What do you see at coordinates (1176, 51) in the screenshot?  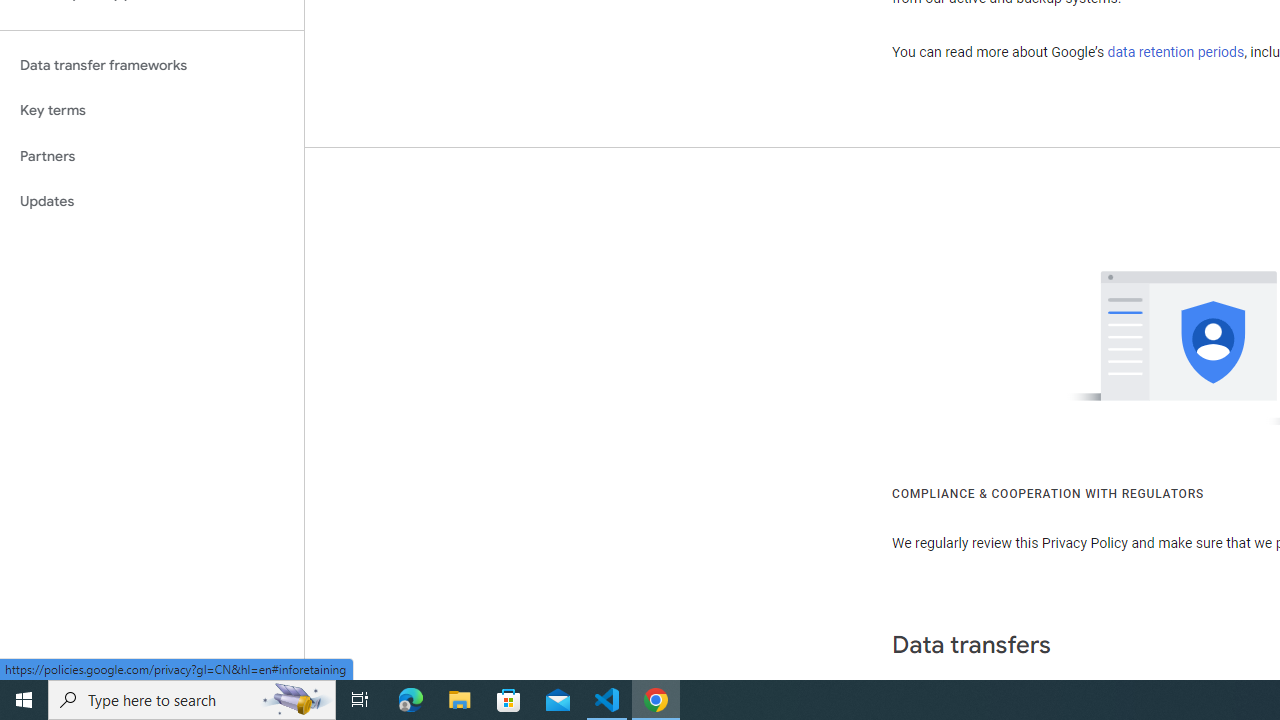 I see `'data retention periods'` at bounding box center [1176, 51].